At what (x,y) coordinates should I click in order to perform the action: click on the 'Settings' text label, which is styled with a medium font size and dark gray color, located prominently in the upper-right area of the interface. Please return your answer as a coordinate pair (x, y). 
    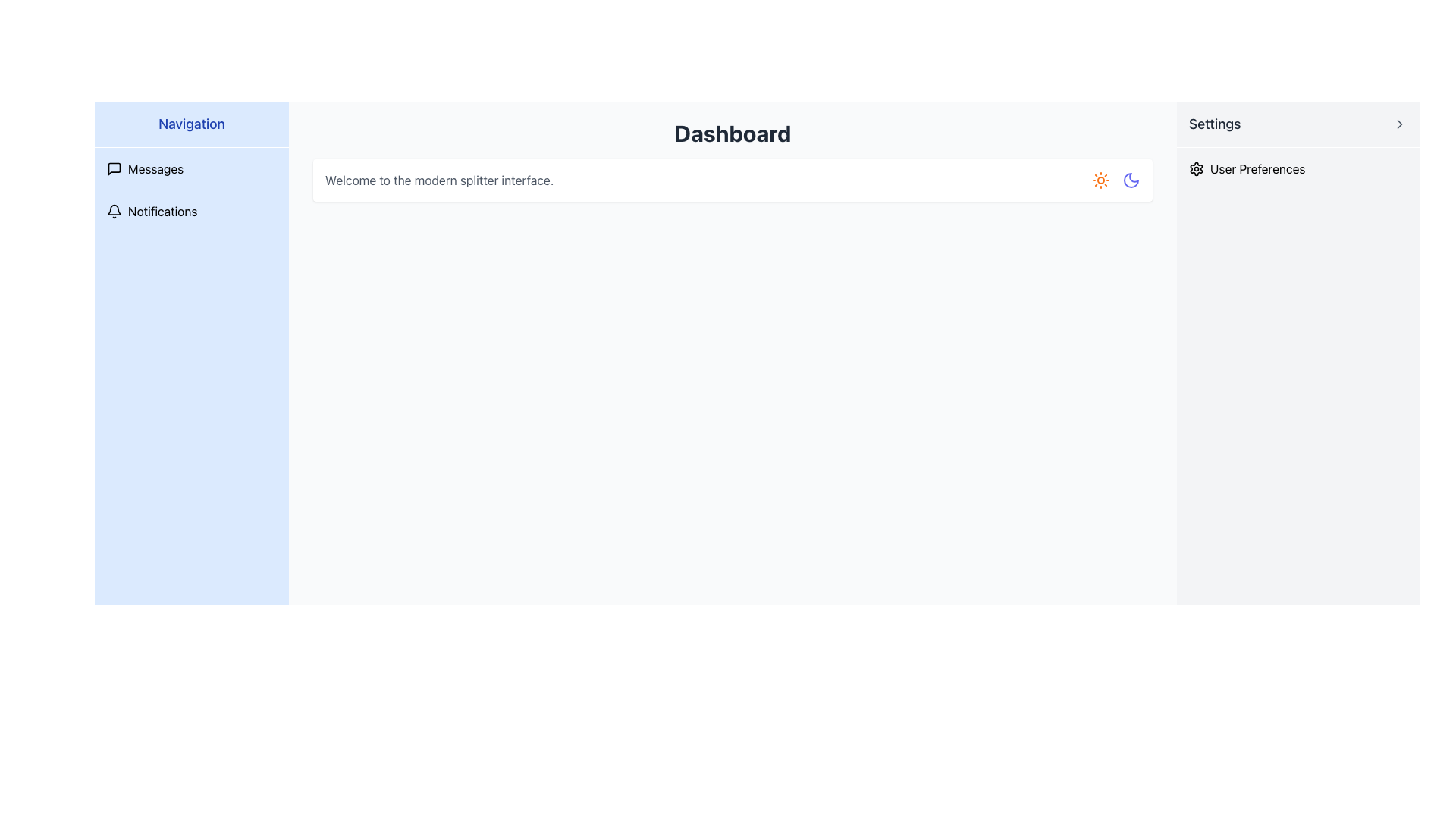
    Looking at the image, I should click on (1215, 124).